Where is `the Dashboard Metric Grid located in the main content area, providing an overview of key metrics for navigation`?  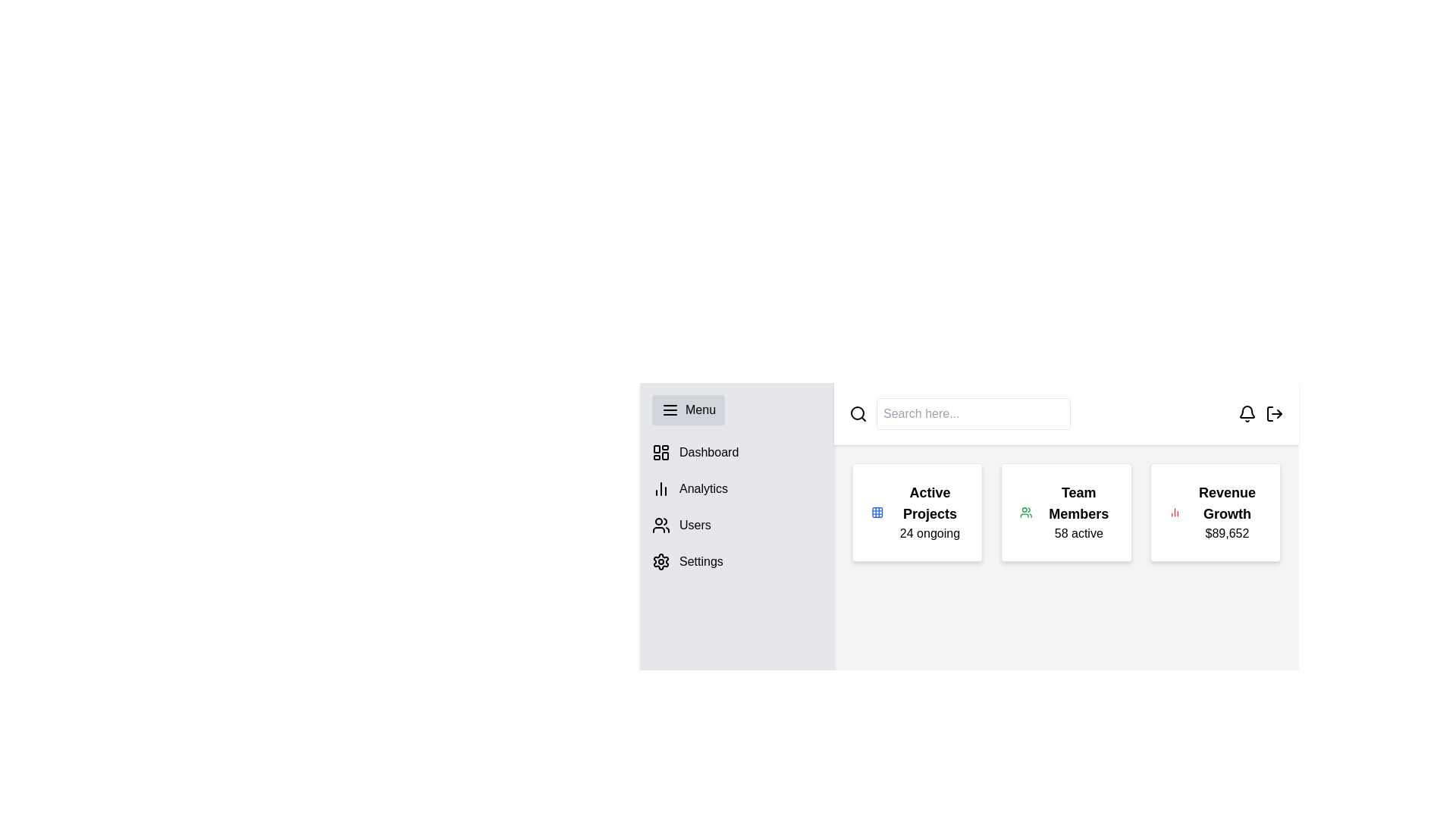
the Dashboard Metric Grid located in the main content area, providing an overview of key metrics for navigation is located at coordinates (1065, 512).